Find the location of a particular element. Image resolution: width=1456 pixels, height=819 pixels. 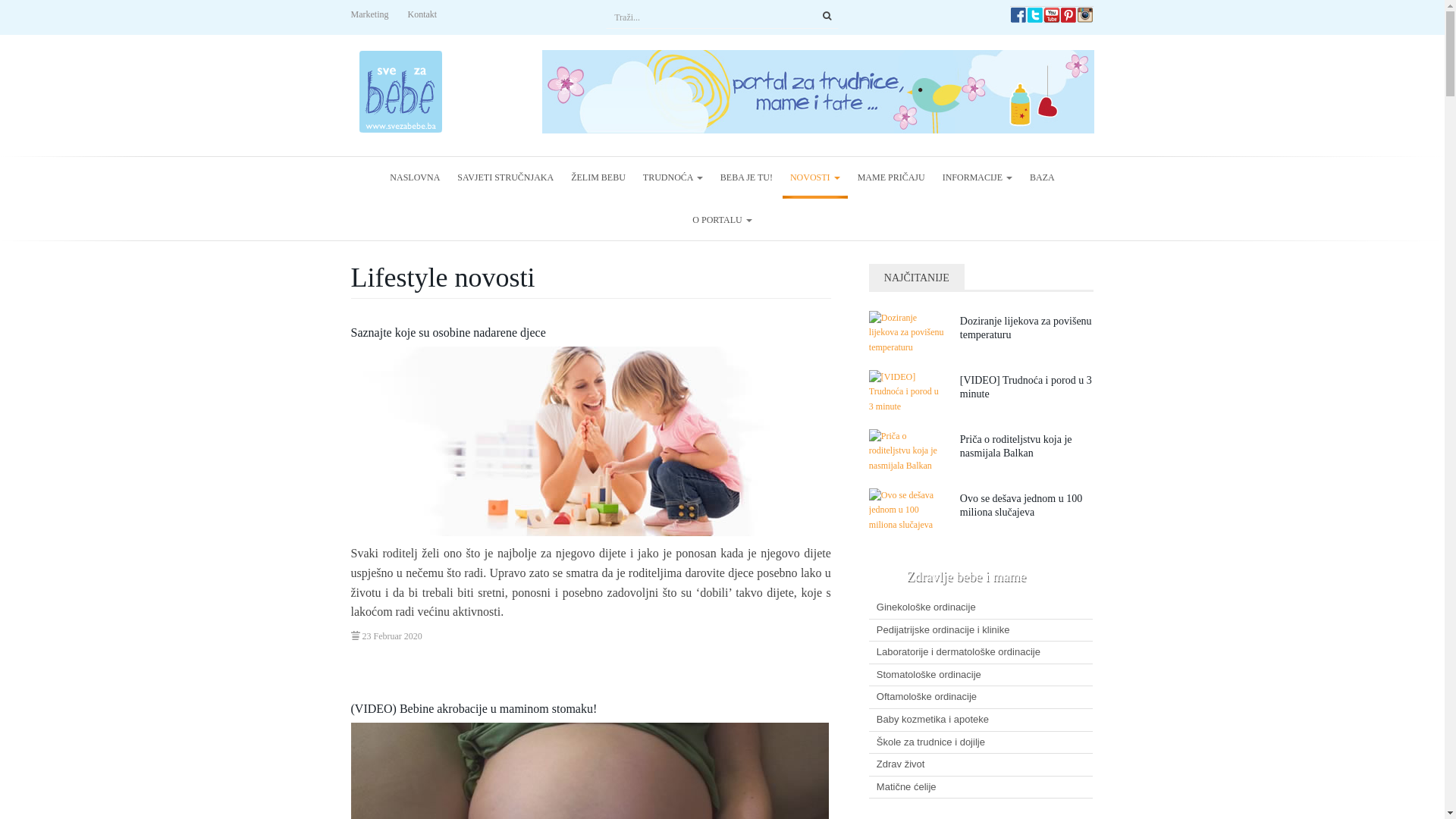

'Pedijatrijske ordinacije i klinike' is located at coordinates (981, 631).